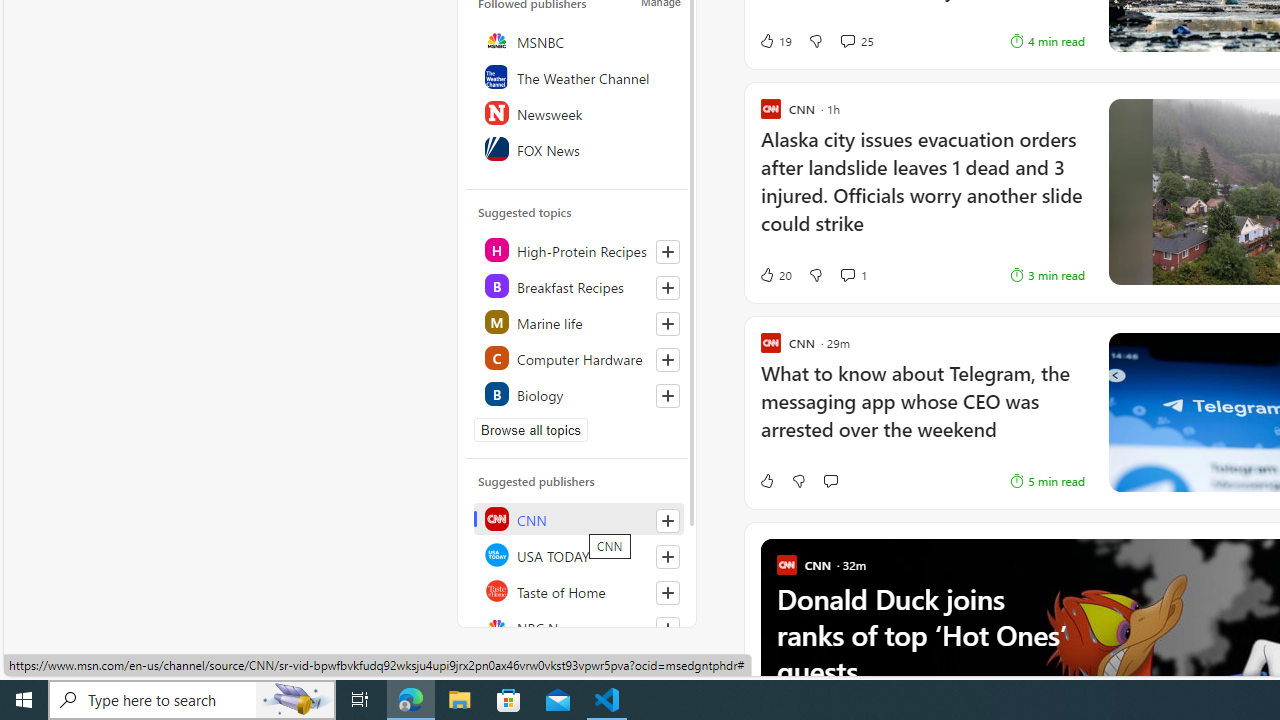  I want to click on 'Newsweek', so click(577, 113).